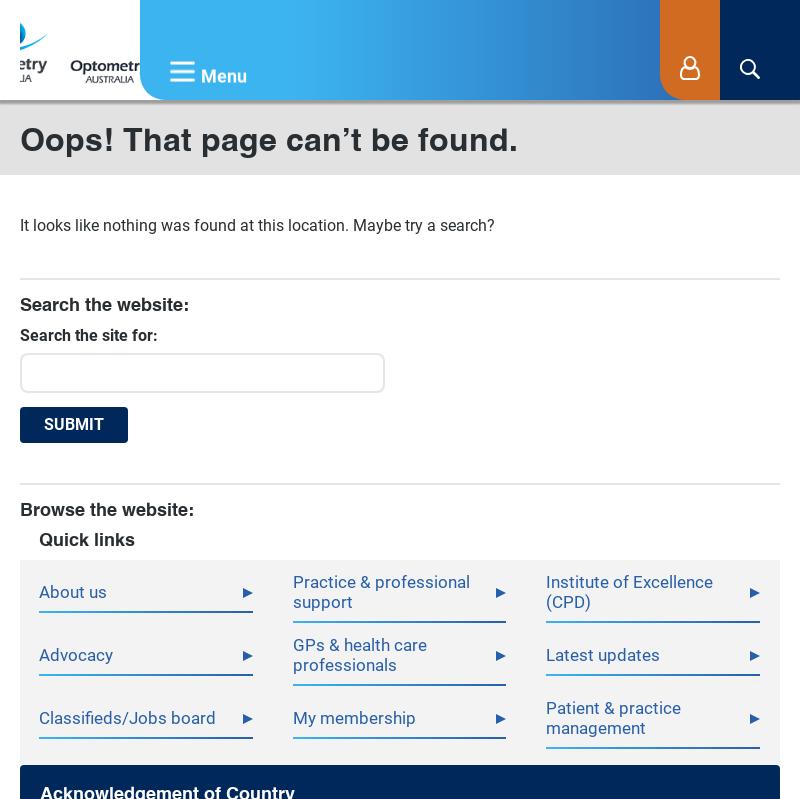  Describe the element at coordinates (103, 303) in the screenshot. I see `'Search the website:'` at that location.